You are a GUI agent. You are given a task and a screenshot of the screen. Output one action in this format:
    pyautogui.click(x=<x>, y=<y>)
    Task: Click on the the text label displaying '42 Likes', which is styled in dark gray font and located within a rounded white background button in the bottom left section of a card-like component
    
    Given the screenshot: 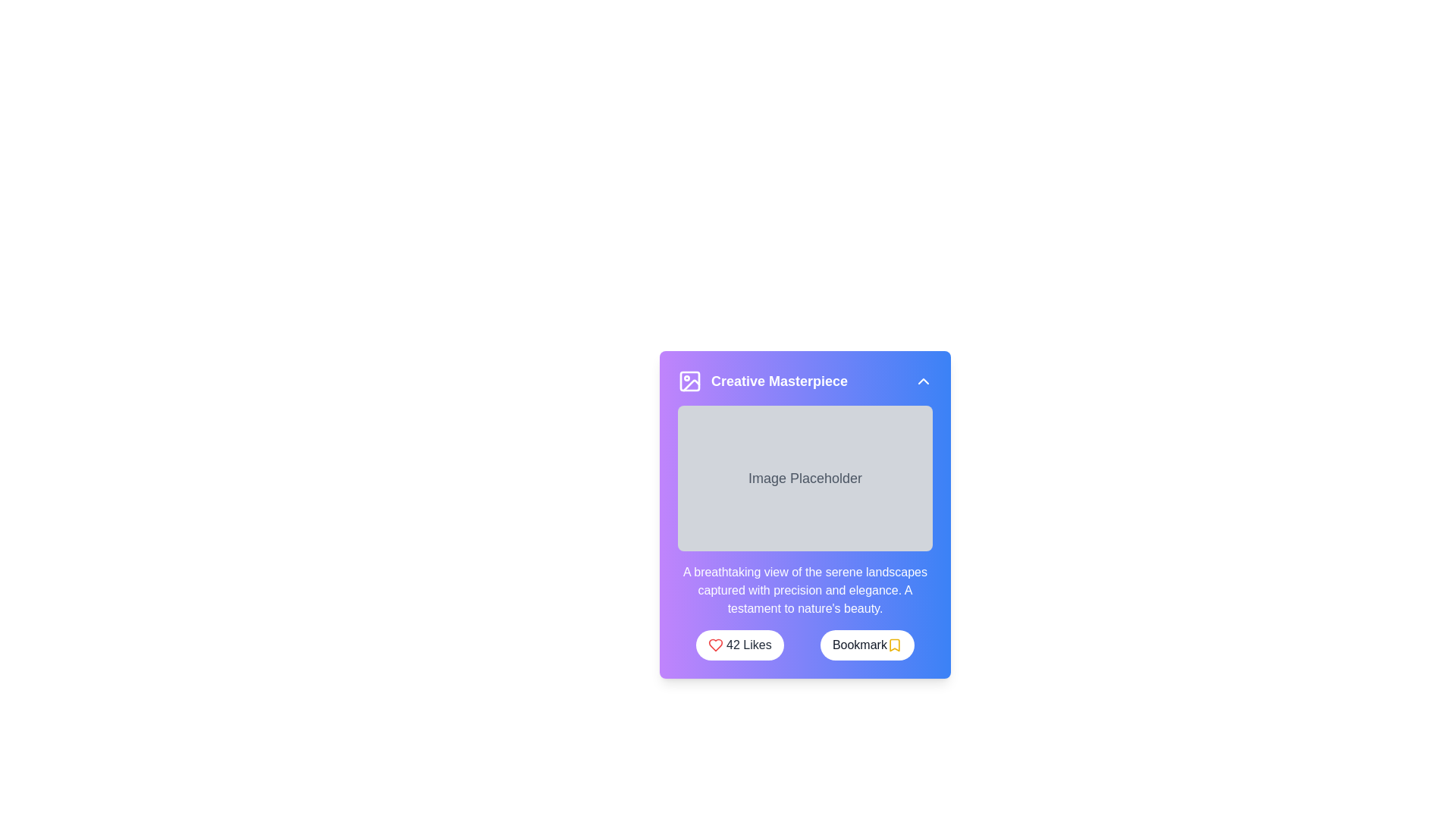 What is the action you would take?
    pyautogui.click(x=748, y=645)
    